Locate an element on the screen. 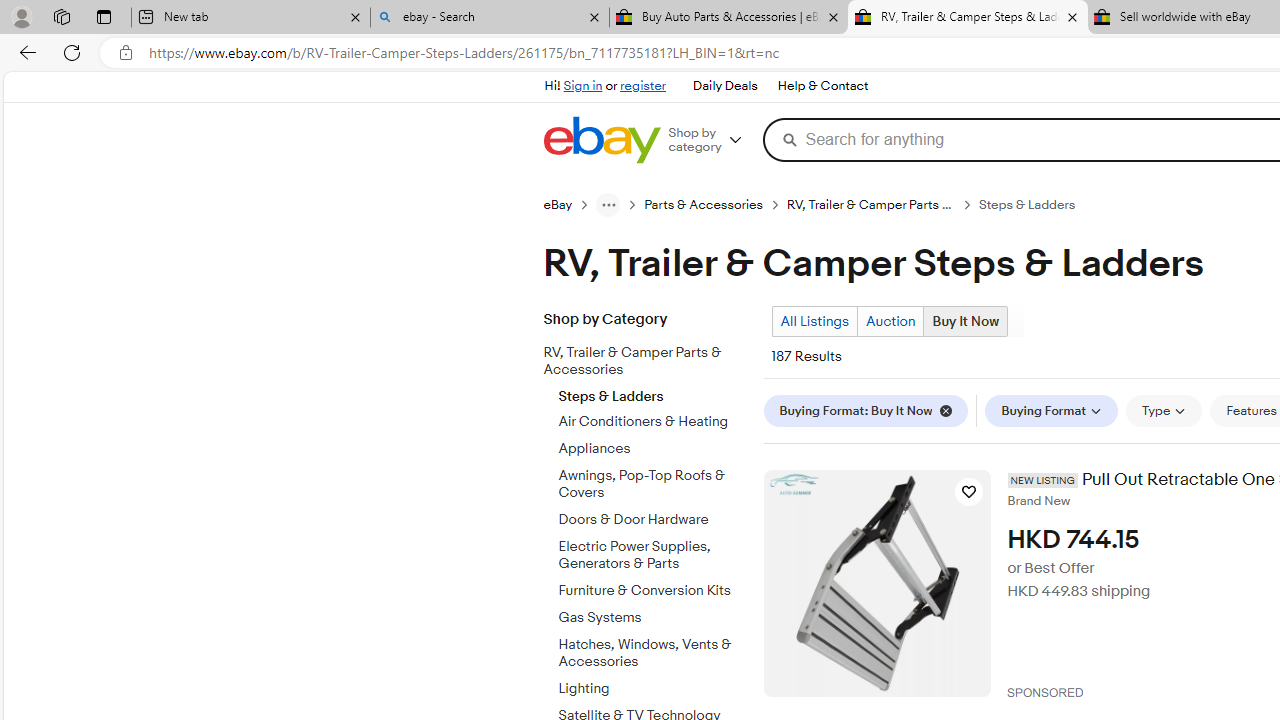  'Sign in' is located at coordinates (582, 85).